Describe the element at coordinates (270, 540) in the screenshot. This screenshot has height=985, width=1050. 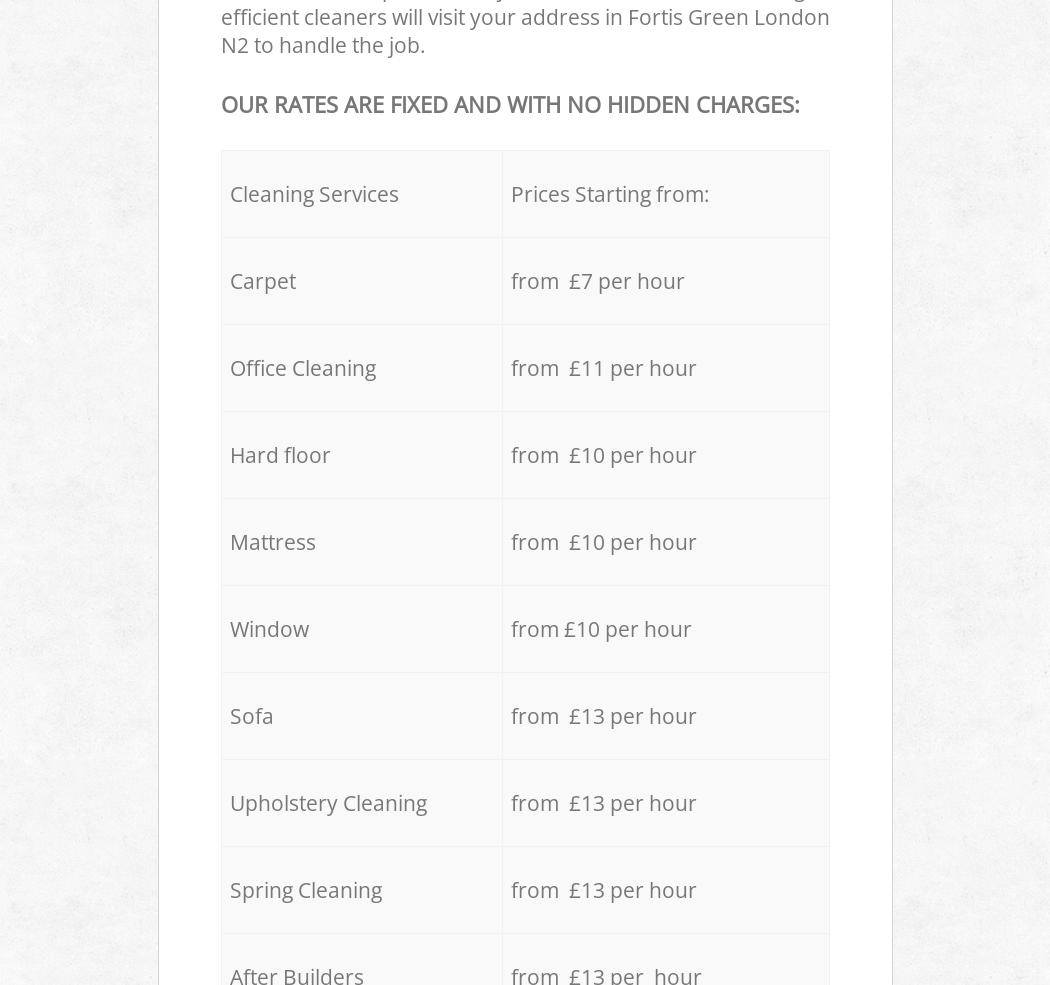
I see `'Mattress'` at that location.